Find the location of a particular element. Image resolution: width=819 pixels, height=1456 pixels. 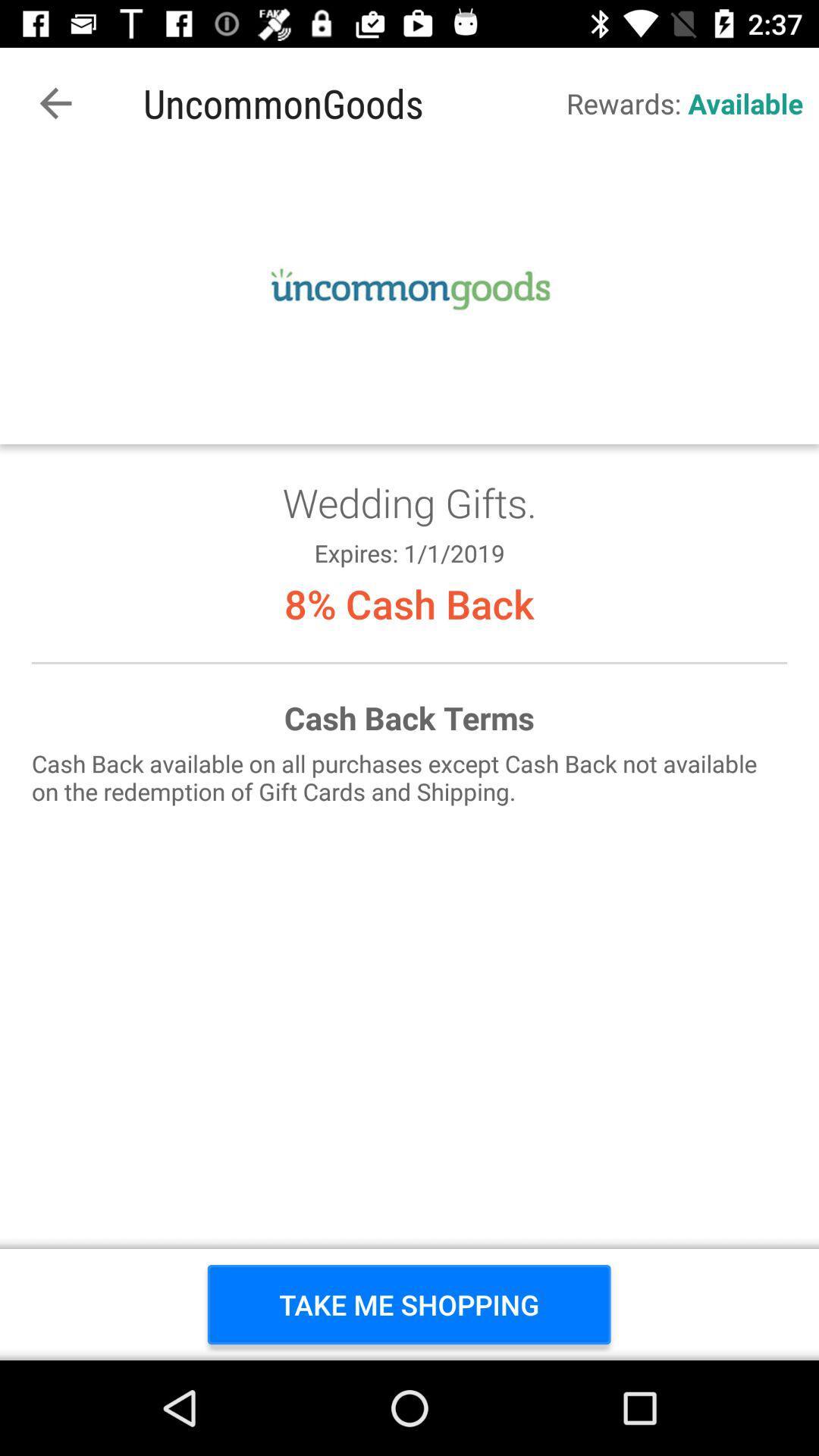

the icon at the top left corner is located at coordinates (55, 102).